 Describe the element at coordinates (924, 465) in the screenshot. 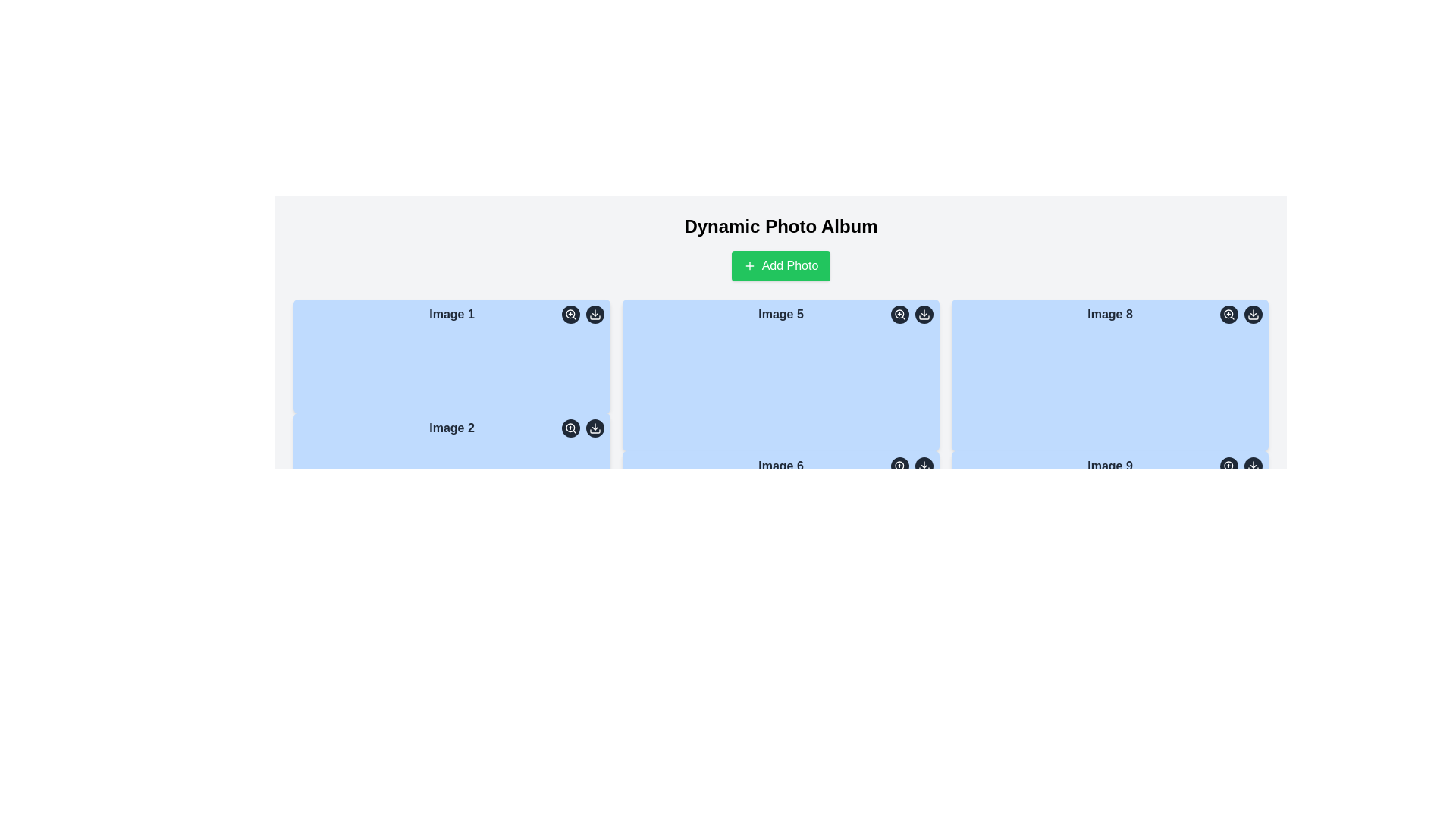

I see `the download button located in the top-right corner of the blue card labeled 'Image 6'` at that location.